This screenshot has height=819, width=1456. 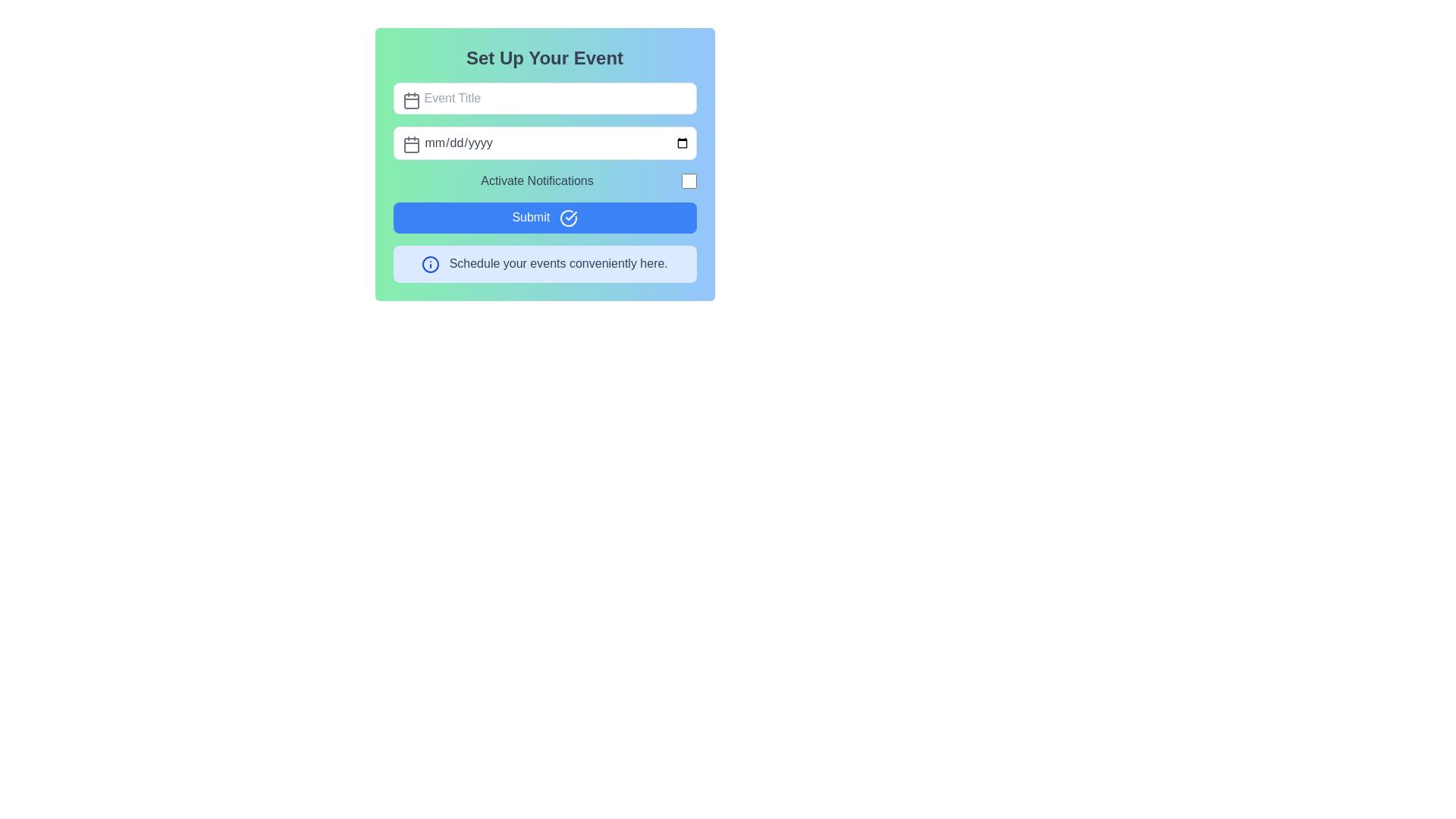 I want to click on the 'Submit' button, which is a rectangular button with white text and a blue background, located below the 'Activate Notifications' checkbox, so click(x=544, y=218).